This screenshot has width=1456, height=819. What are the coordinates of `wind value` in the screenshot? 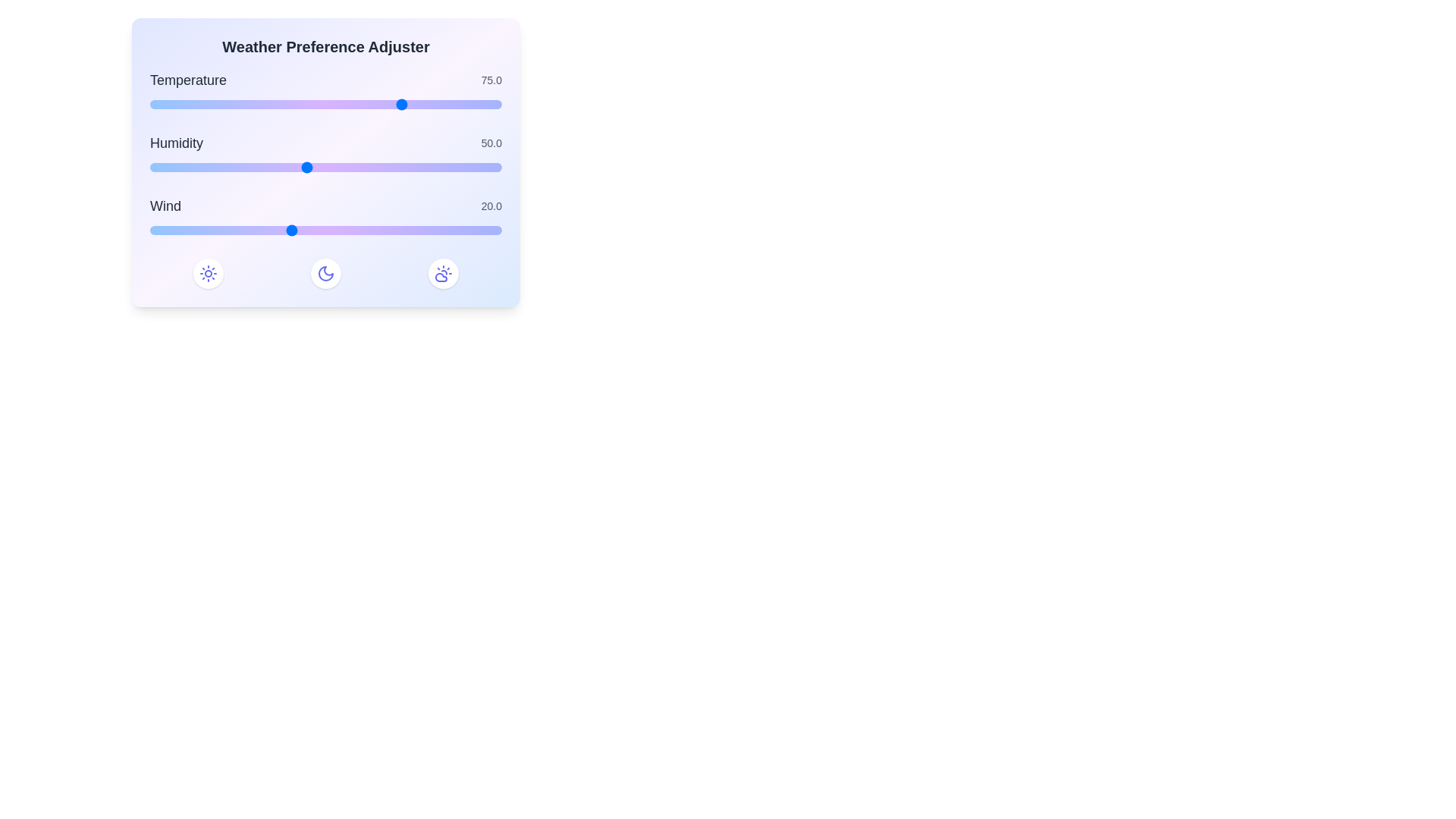 It's located at (410, 231).